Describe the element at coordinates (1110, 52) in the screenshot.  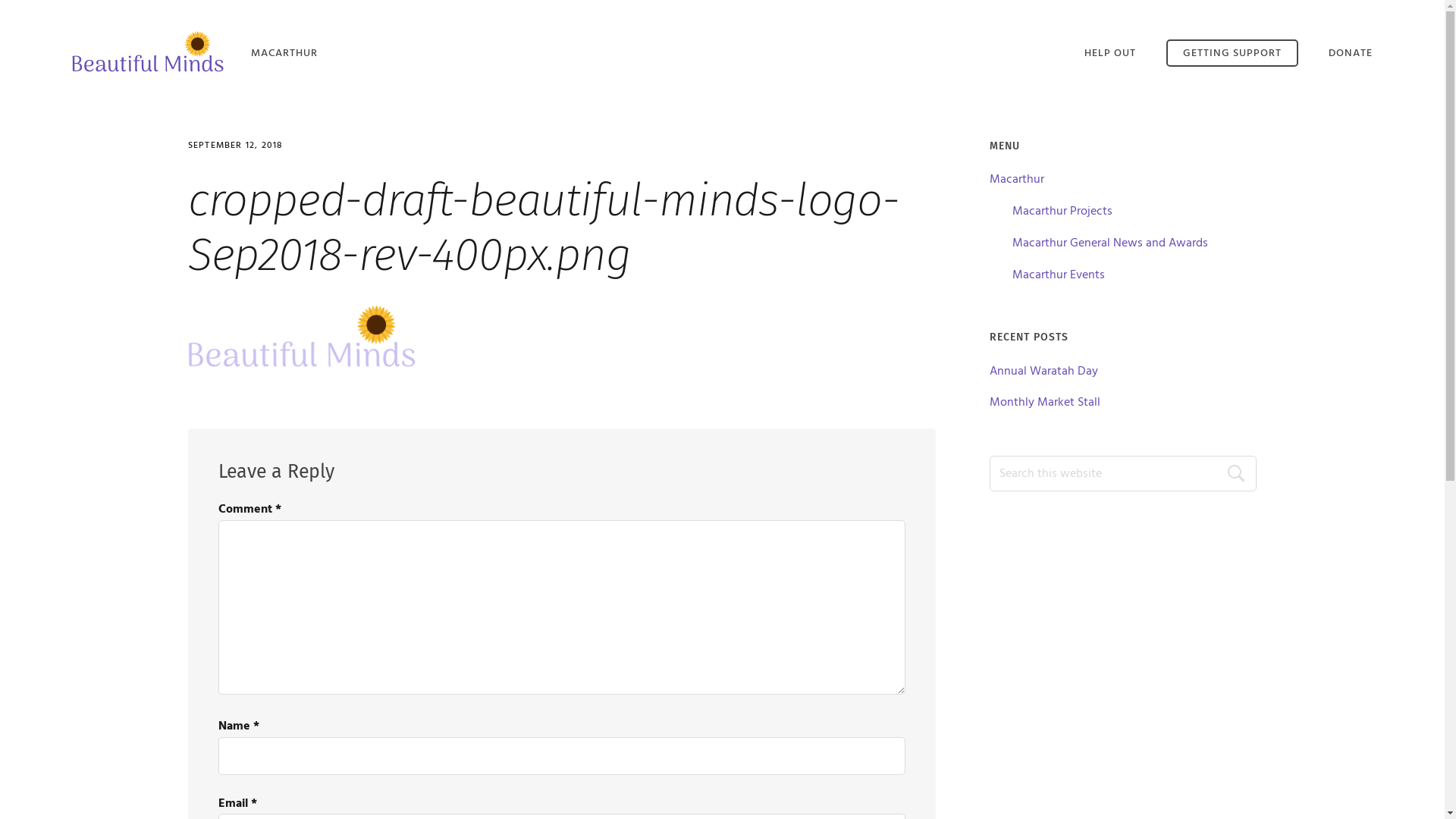
I see `'HELP OUT'` at that location.